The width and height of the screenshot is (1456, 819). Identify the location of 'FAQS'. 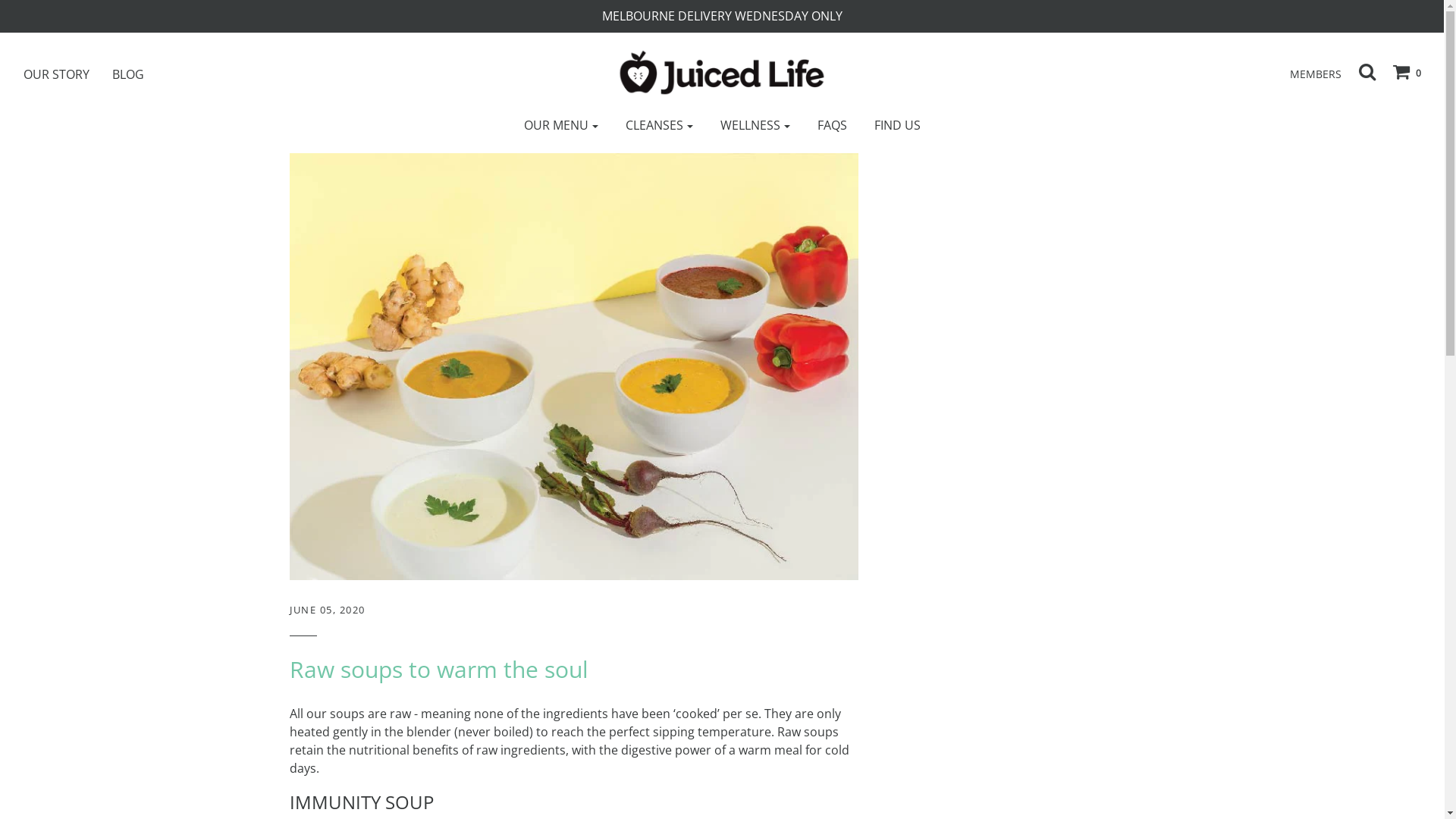
(830, 124).